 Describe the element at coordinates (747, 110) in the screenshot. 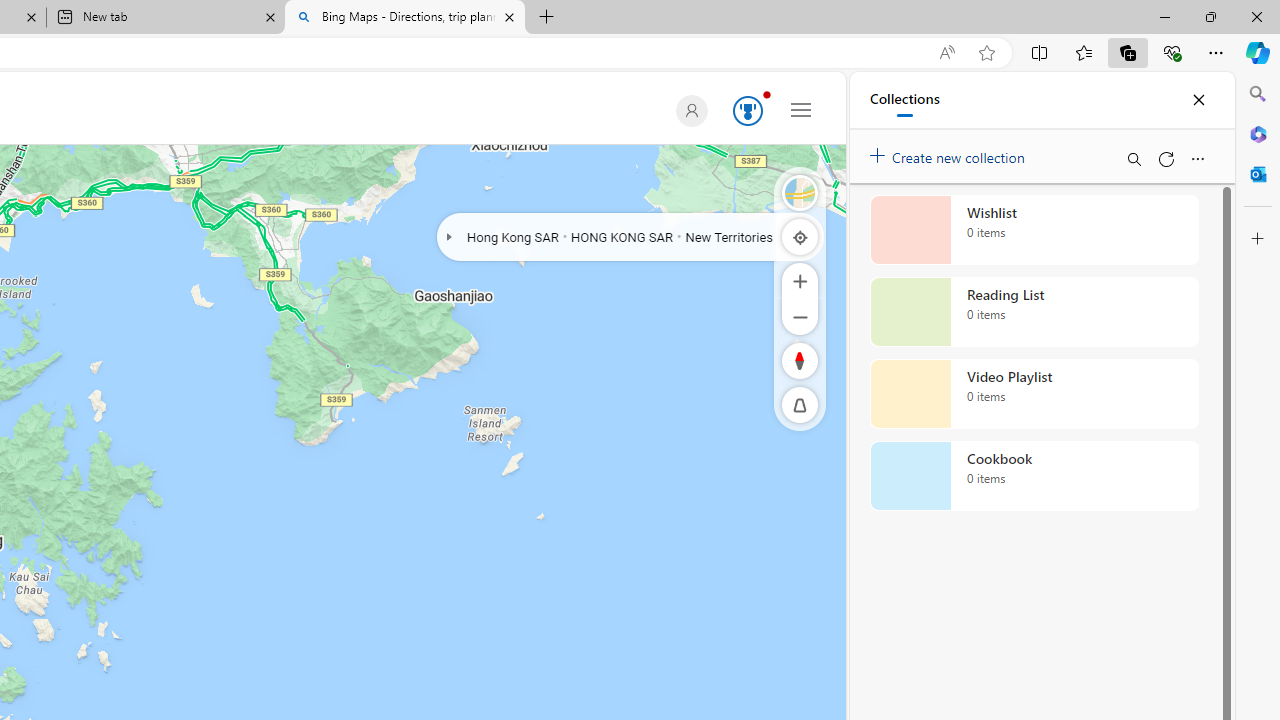

I see `'AutomationID: serp_medal_svg'` at that location.